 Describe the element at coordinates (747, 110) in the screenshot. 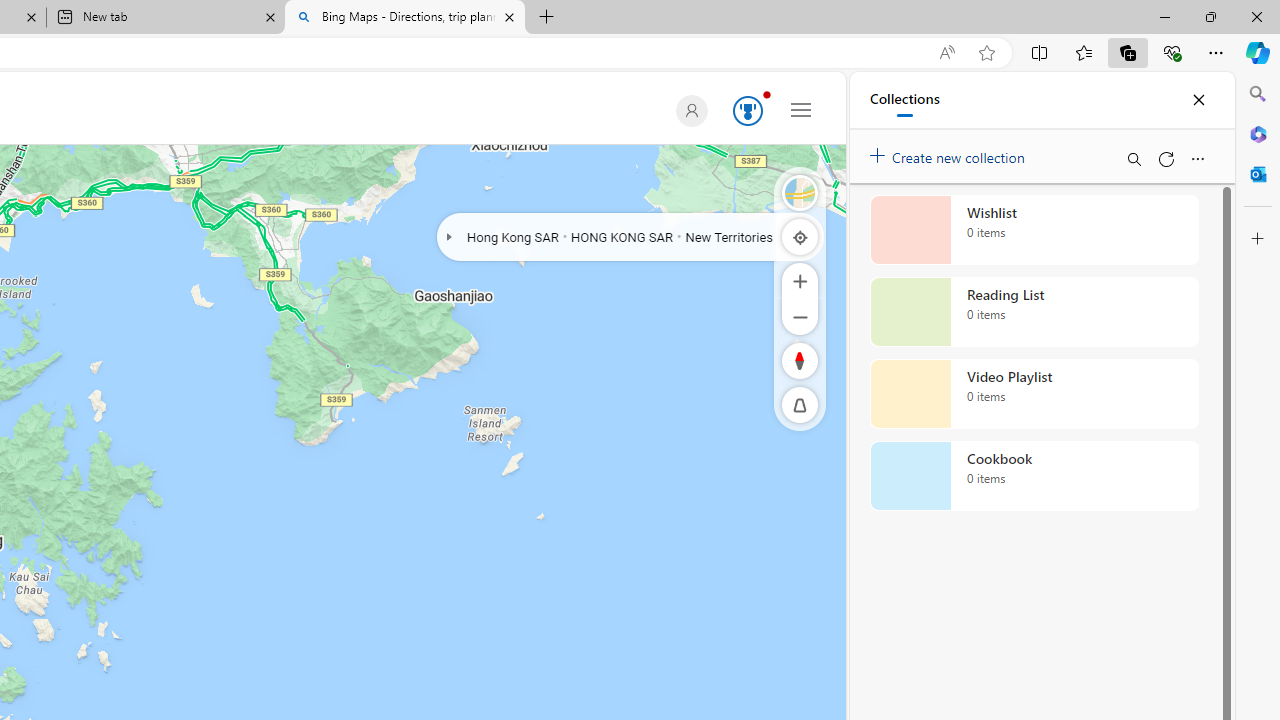

I see `'AutomationID: serp_medal_svg'` at that location.